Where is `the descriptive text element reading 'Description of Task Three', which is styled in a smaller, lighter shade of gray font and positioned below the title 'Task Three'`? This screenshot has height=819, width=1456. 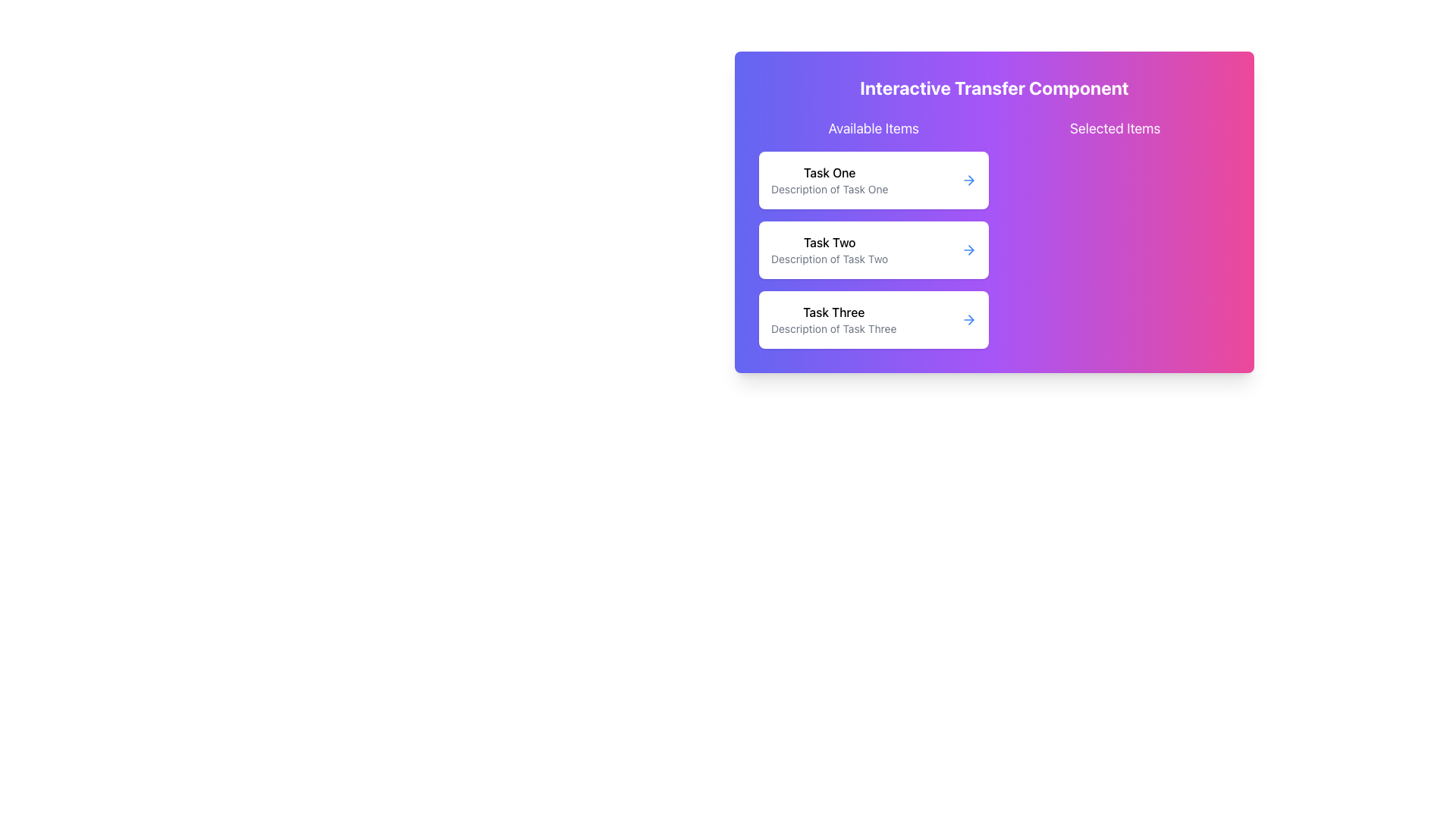
the descriptive text element reading 'Description of Task Three', which is styled in a smaller, lighter shade of gray font and positioned below the title 'Task Three' is located at coordinates (833, 328).